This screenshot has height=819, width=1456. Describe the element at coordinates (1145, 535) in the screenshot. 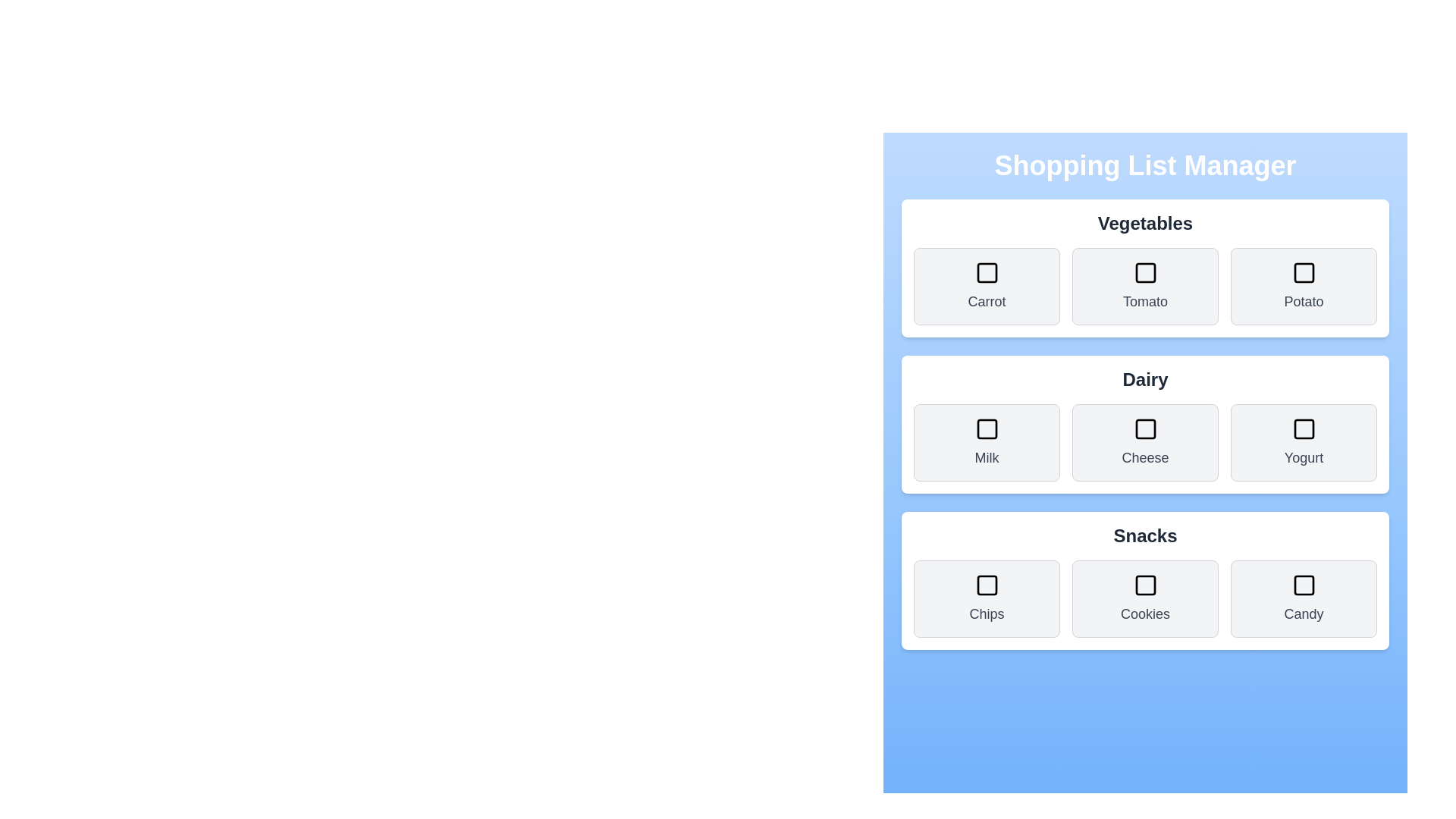

I see `the category title of the section Snacks` at that location.